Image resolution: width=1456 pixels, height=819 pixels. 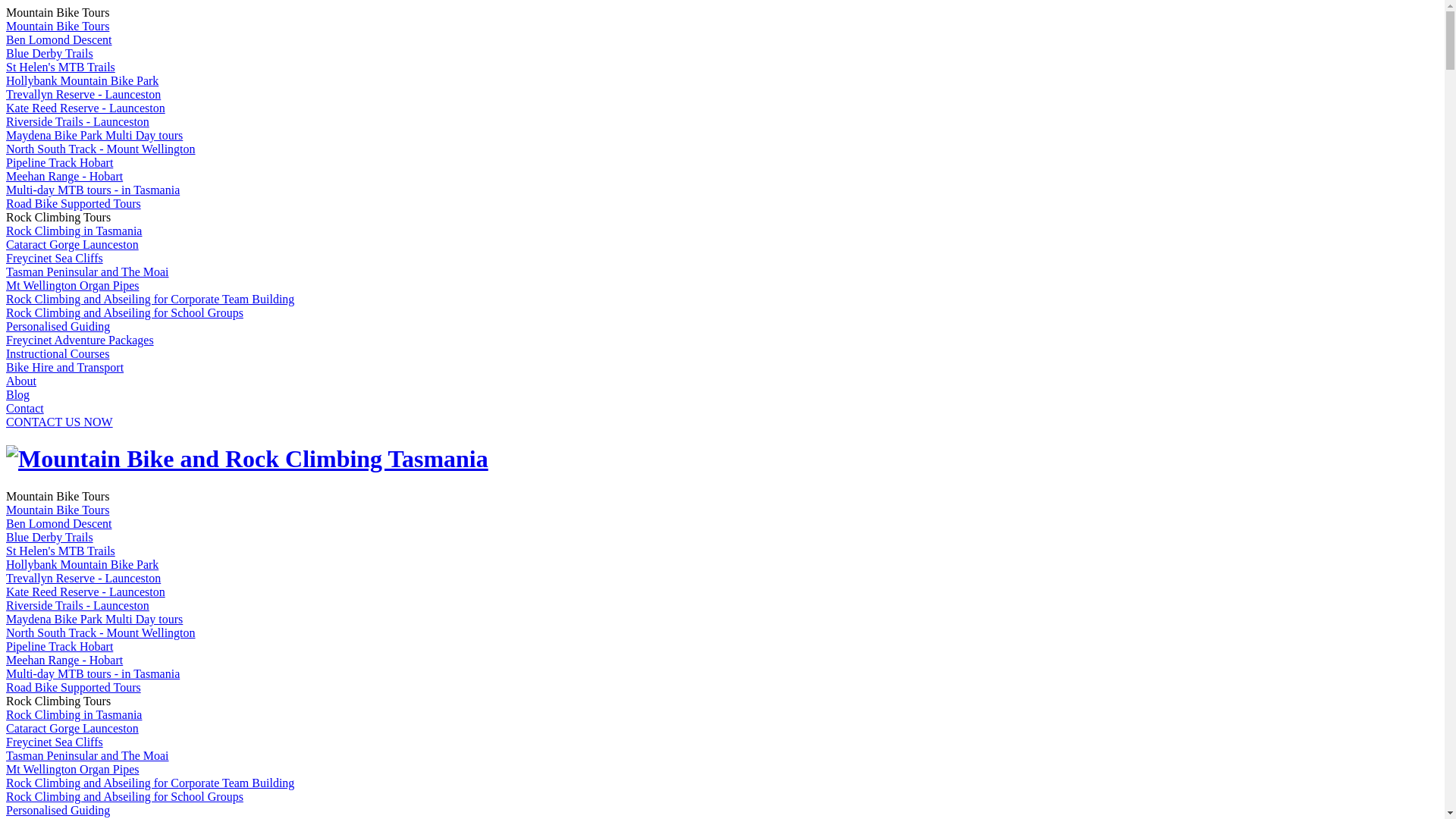 What do you see at coordinates (59, 646) in the screenshot?
I see `'Pipeline Track Hobart'` at bounding box center [59, 646].